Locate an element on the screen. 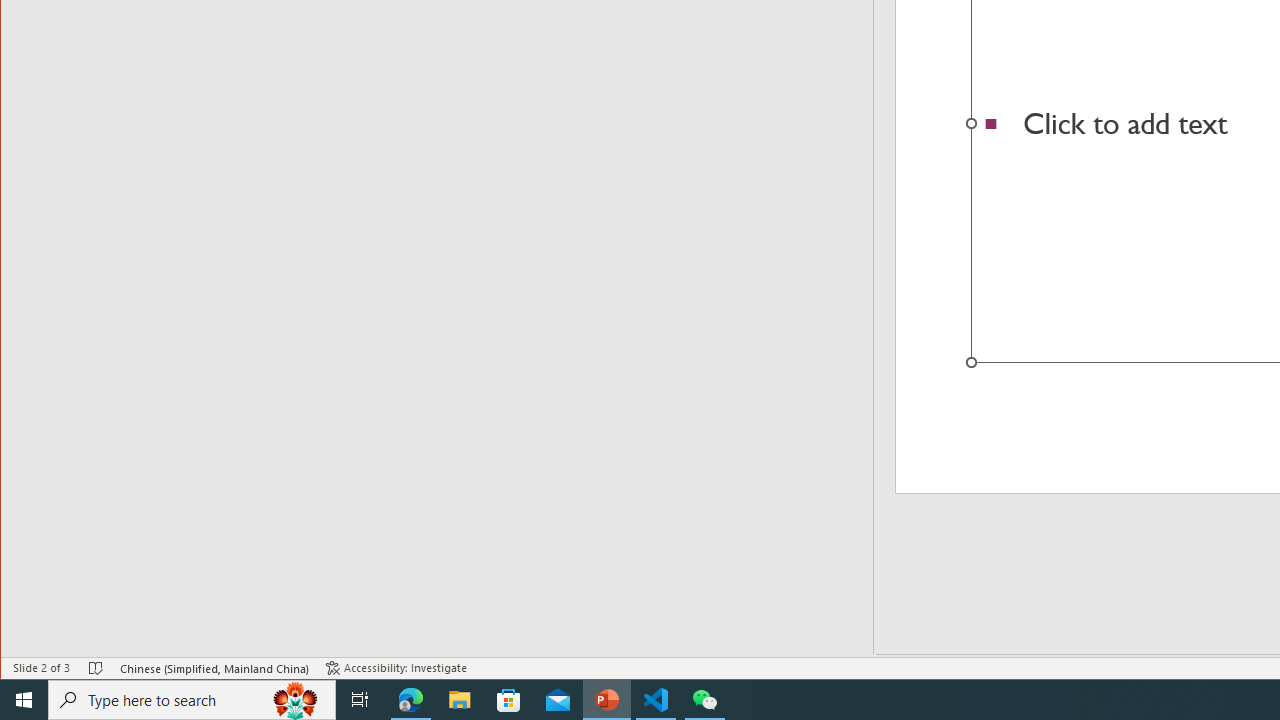 This screenshot has height=720, width=1280. 'WeChat - 1 running window' is located at coordinates (705, 698).